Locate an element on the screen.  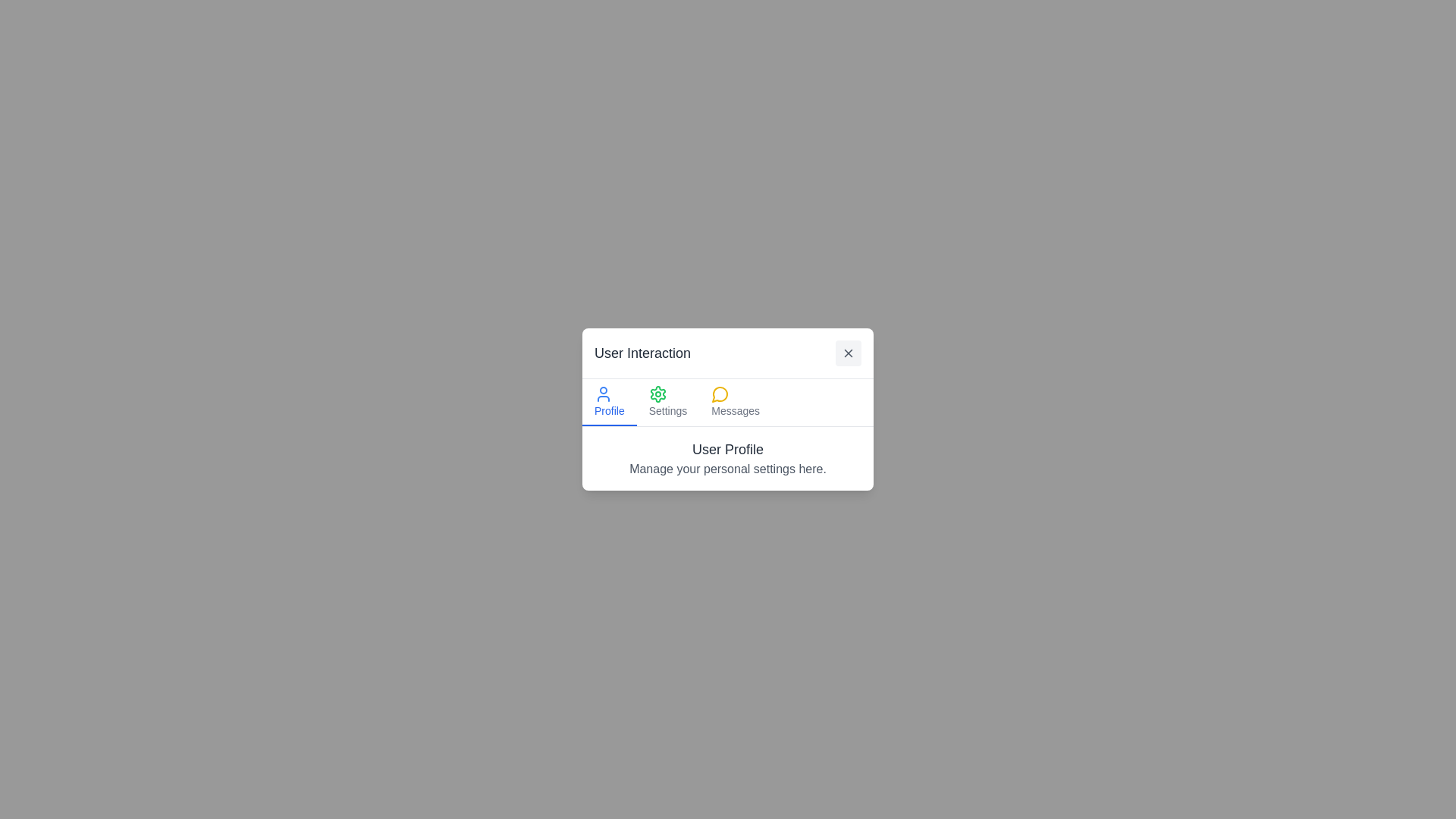
the green gear icon located in the modal window, which is the second icon from the left is located at coordinates (657, 394).